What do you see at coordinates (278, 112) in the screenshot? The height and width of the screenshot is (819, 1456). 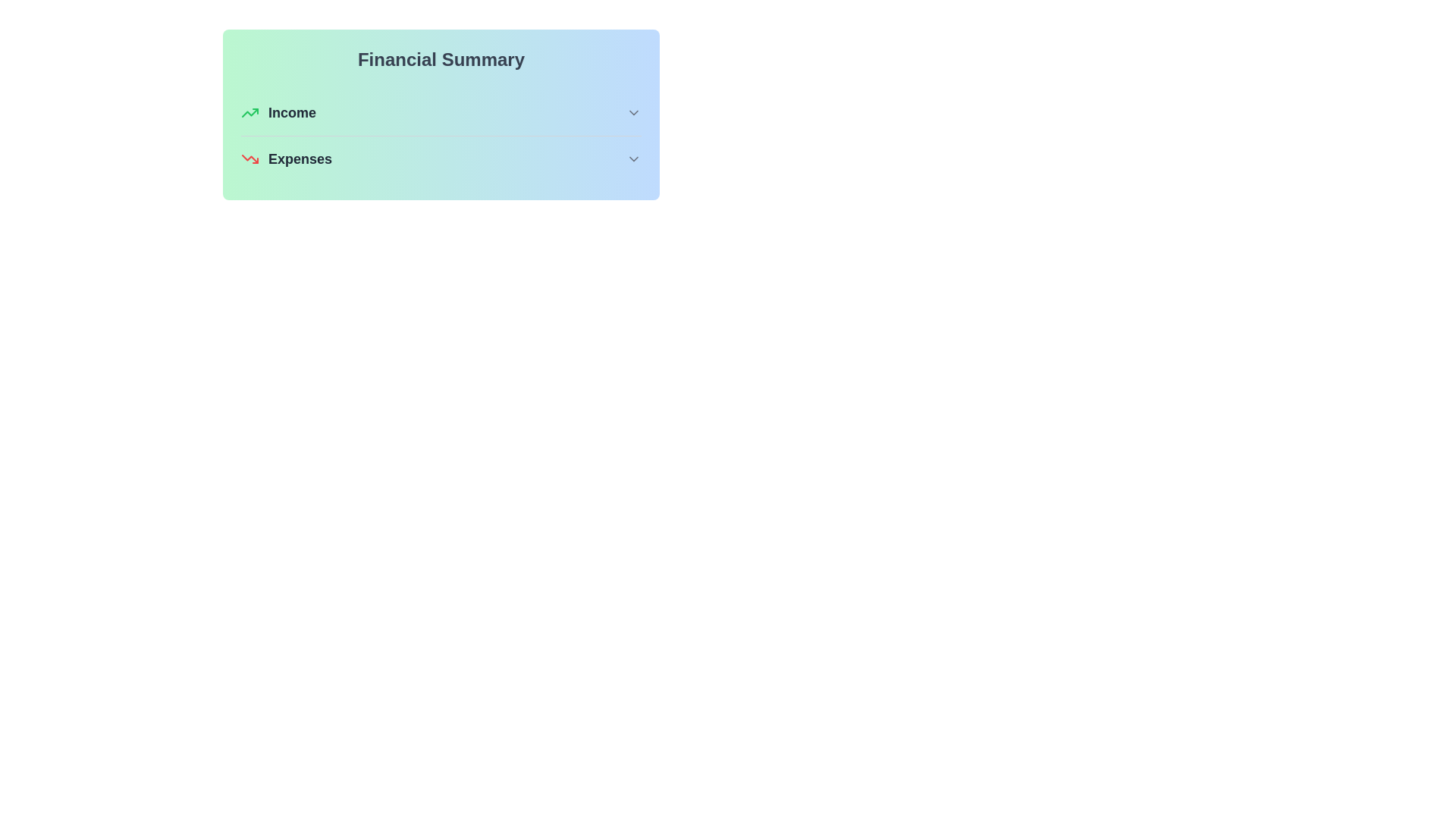 I see `the 'Income' text label which is bold and gray, accompanied by a green upward-trending arrow icon, located in the top-left section of the Financial Summary UI` at bounding box center [278, 112].